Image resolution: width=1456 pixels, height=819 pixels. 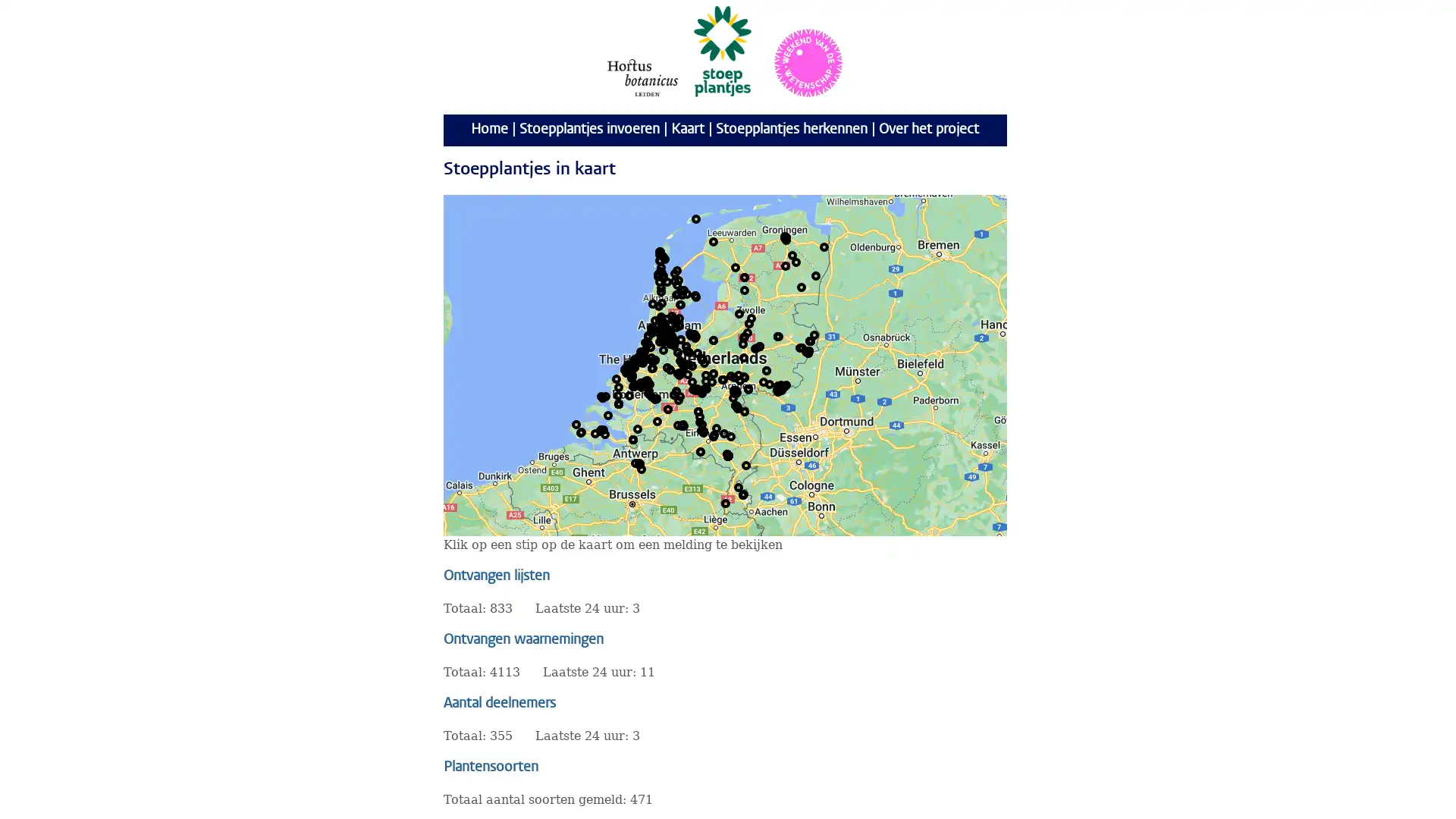 I want to click on Telling van Hortusfreak op 02 februari 2022, so click(x=580, y=432).